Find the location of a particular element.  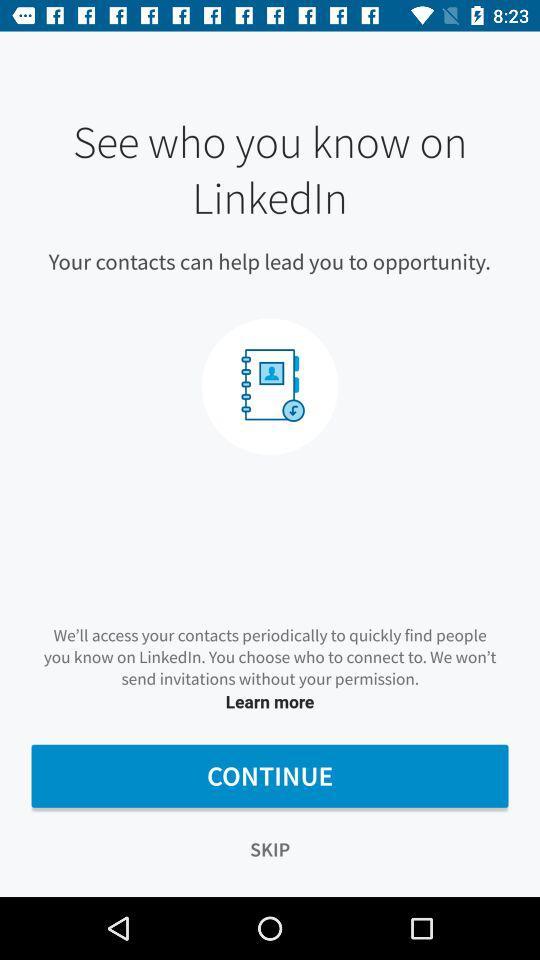

the skip icon is located at coordinates (270, 848).